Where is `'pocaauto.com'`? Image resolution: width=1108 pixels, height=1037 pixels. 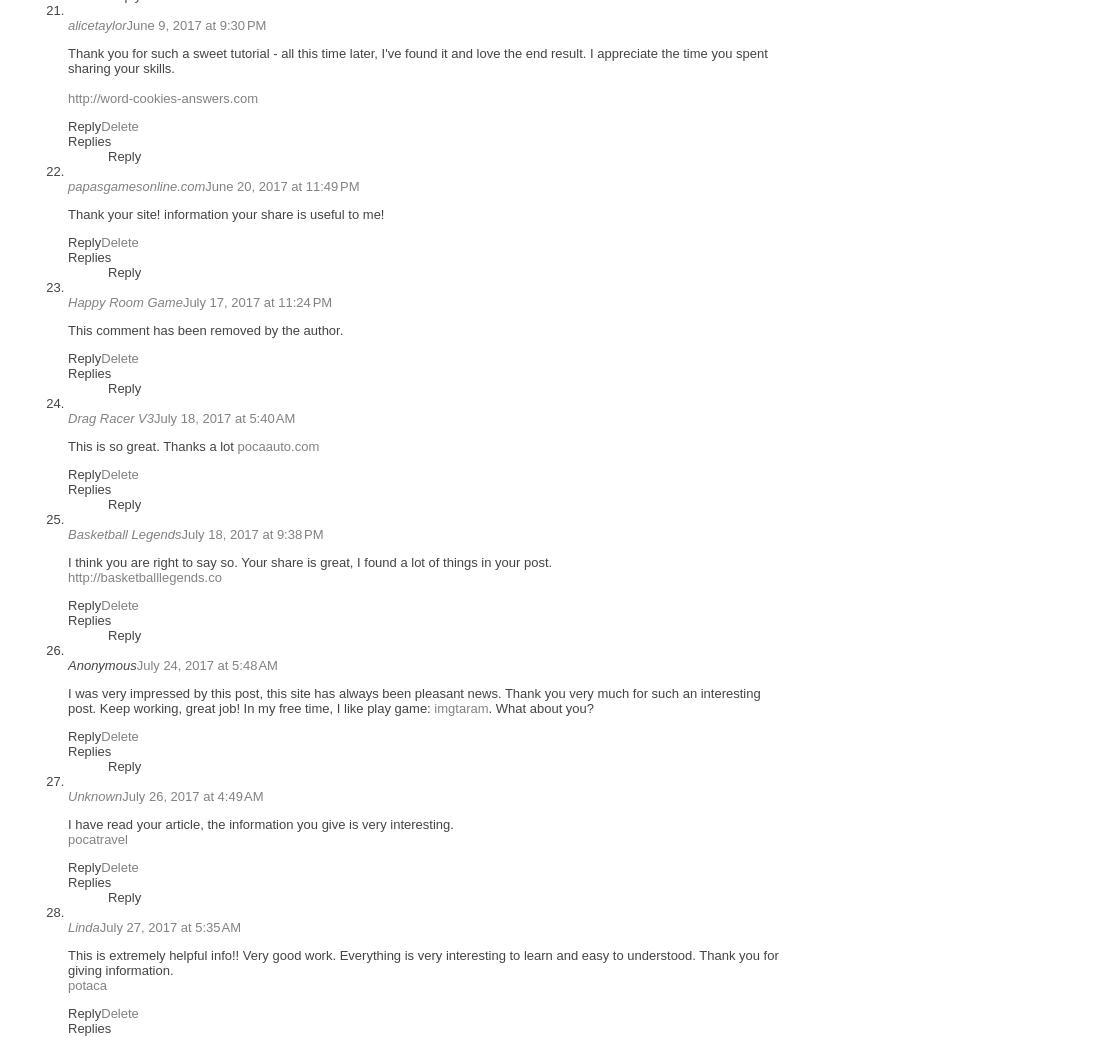
'pocaauto.com' is located at coordinates (277, 445).